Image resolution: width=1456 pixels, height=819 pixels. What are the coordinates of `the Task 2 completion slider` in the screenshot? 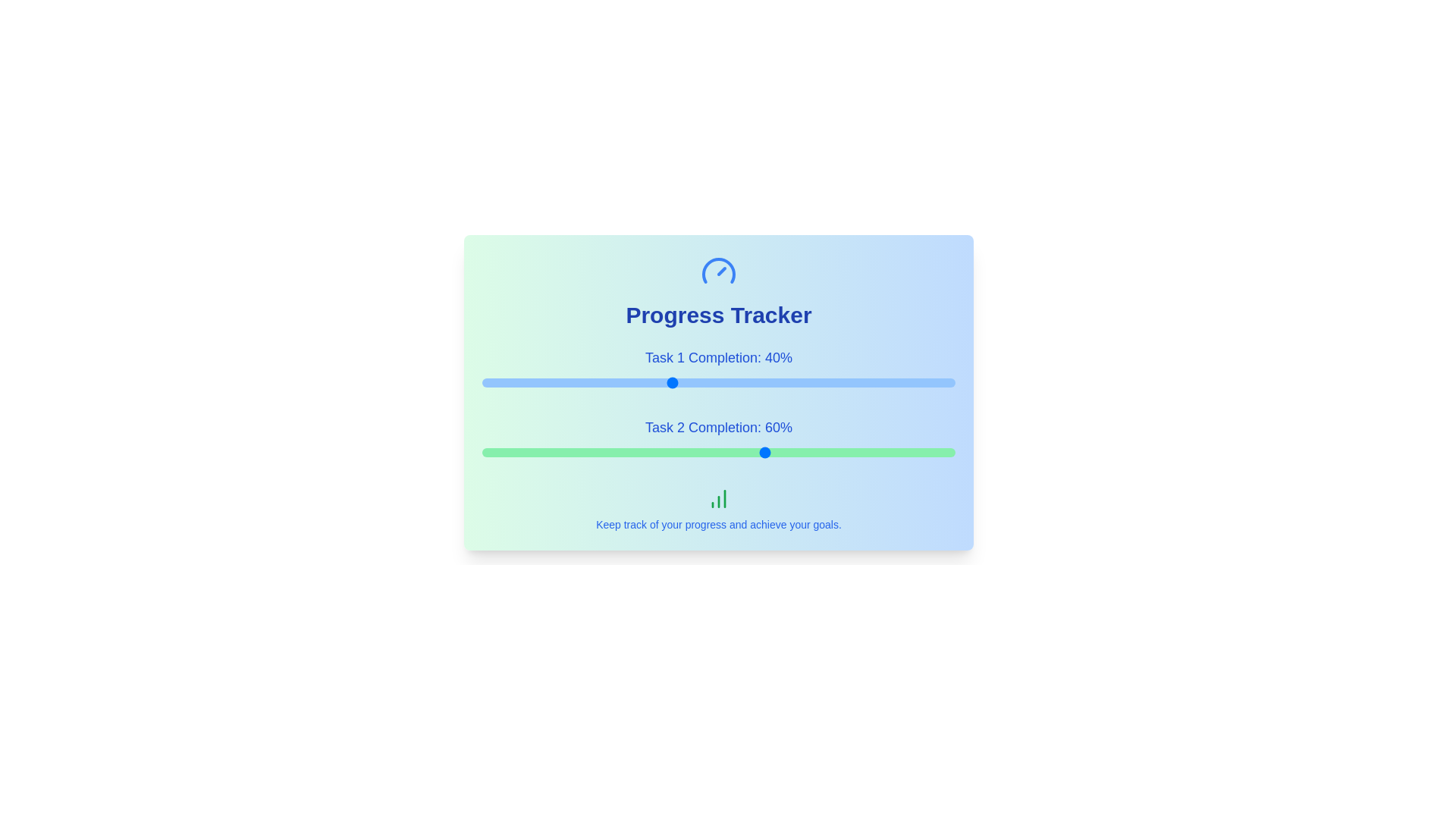 It's located at (595, 452).